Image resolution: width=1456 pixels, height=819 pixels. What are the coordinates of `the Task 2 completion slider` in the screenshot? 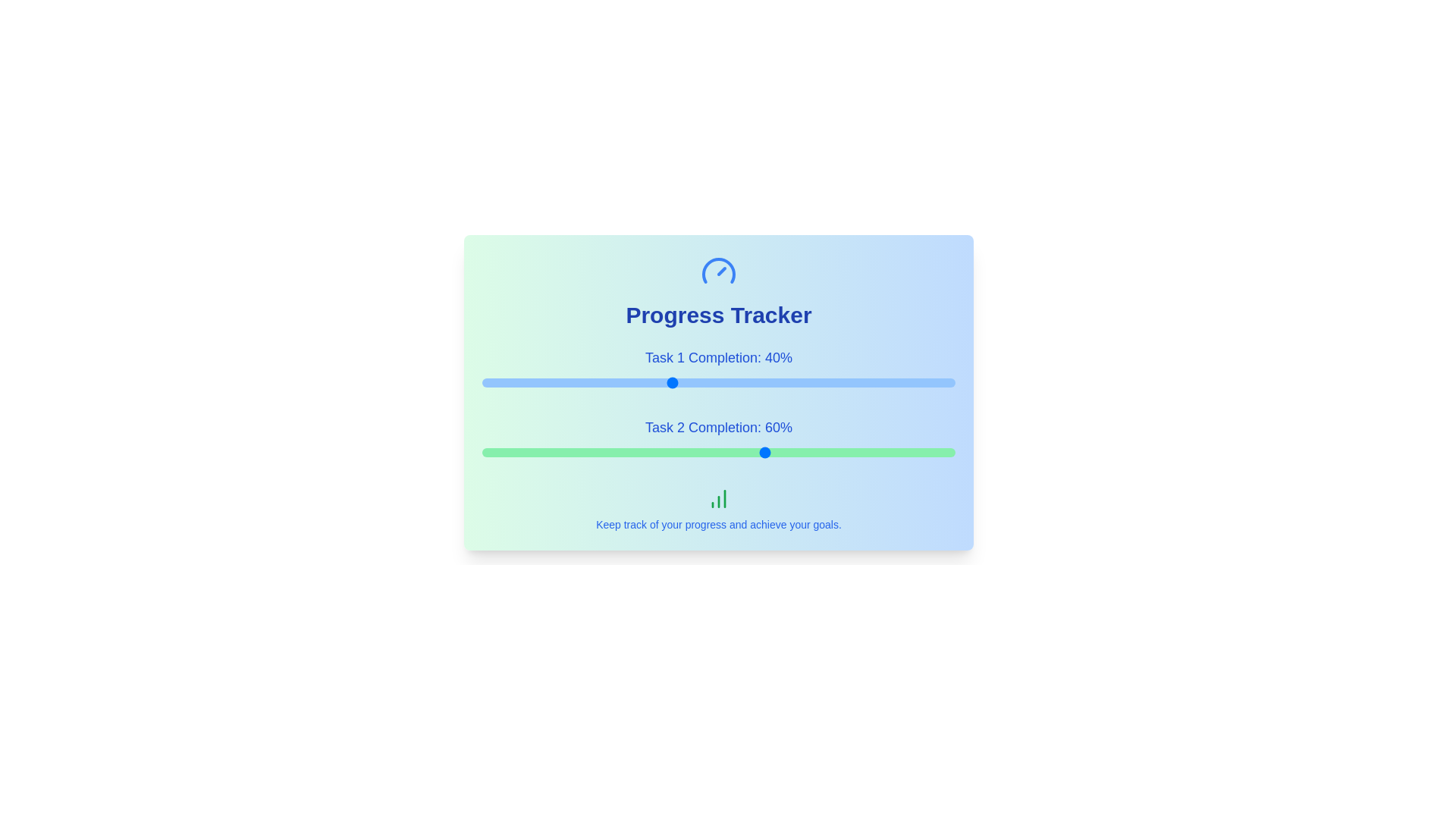 It's located at (595, 452).